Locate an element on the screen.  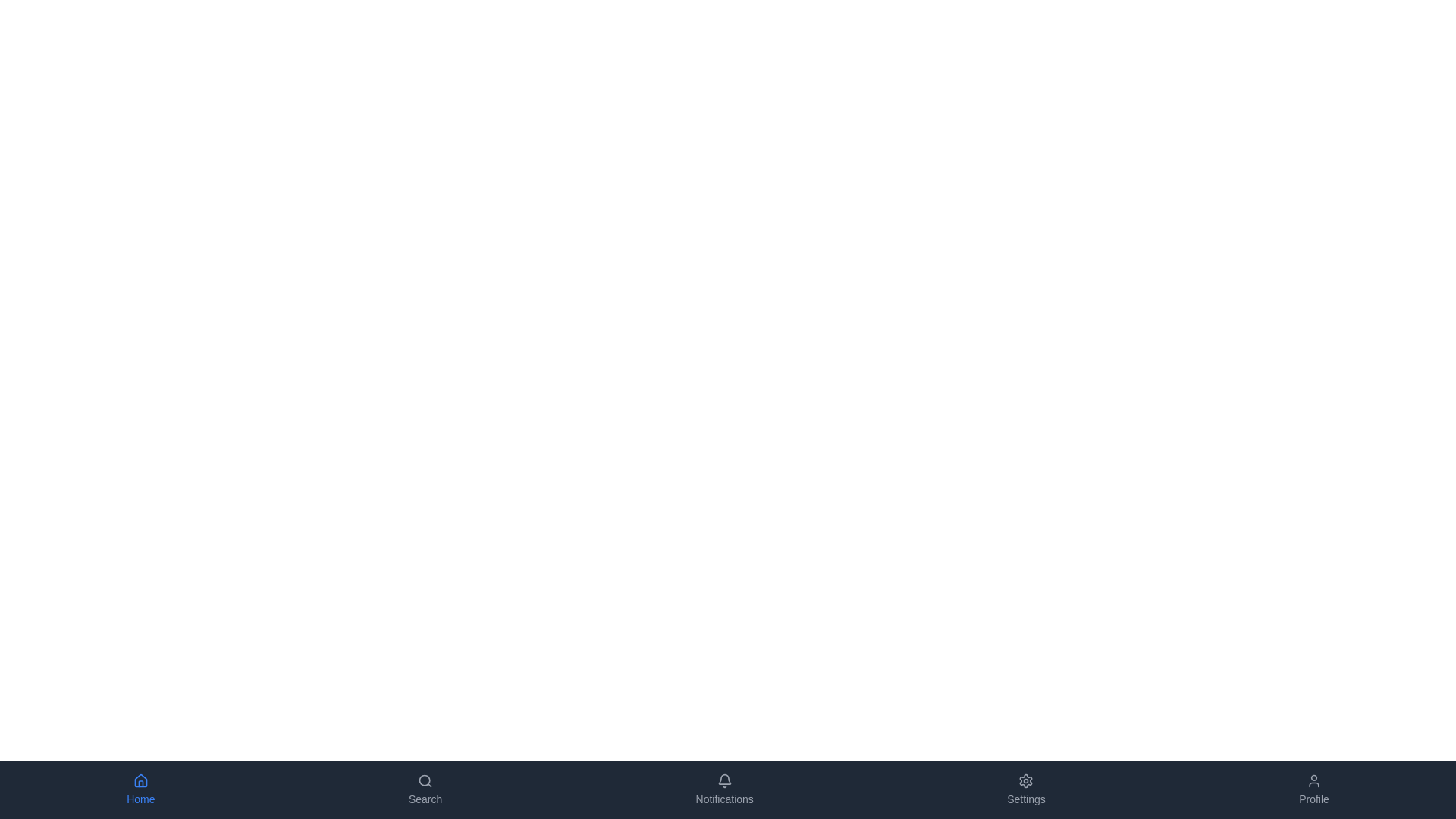
the magnifying glass icon located in the bottom navigation bar, positioned above the 'Search' label is located at coordinates (425, 780).